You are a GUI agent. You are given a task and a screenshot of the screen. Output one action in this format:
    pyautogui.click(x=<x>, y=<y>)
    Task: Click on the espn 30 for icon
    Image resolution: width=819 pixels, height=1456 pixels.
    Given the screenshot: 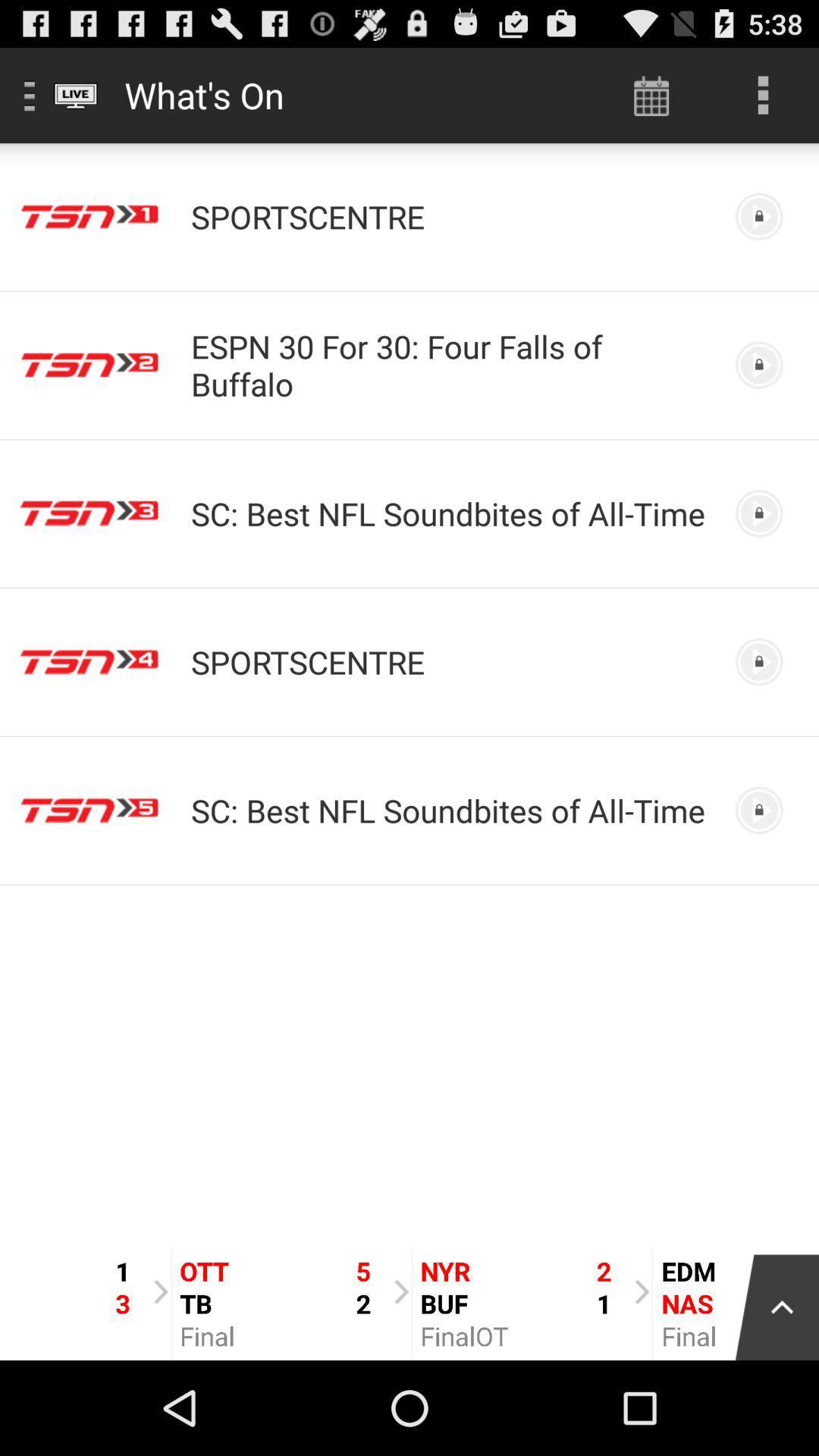 What is the action you would take?
    pyautogui.click(x=449, y=365)
    